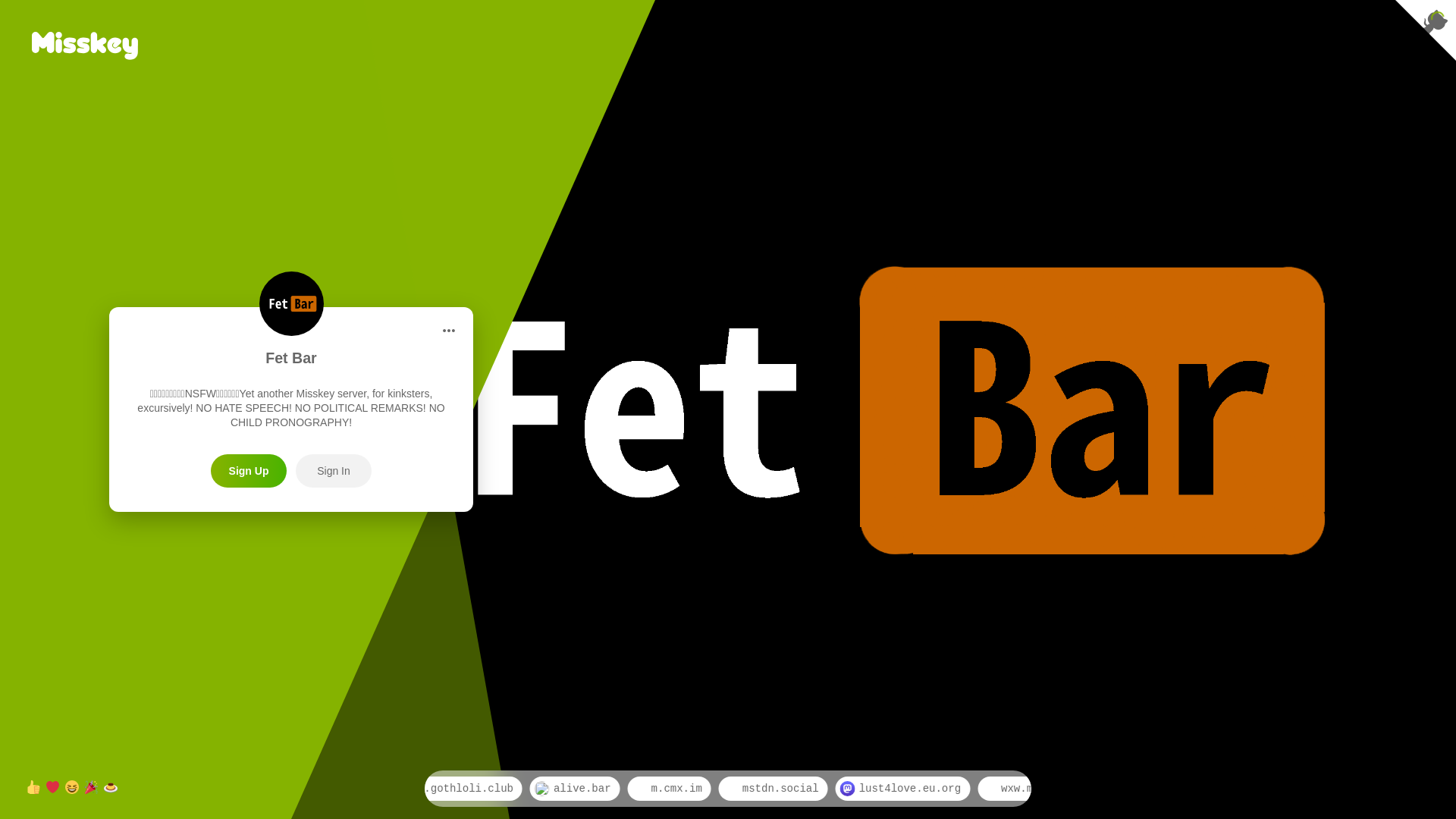 This screenshot has height=819, width=1456. What do you see at coordinates (618, 788) in the screenshot?
I see `'alive.bar'` at bounding box center [618, 788].